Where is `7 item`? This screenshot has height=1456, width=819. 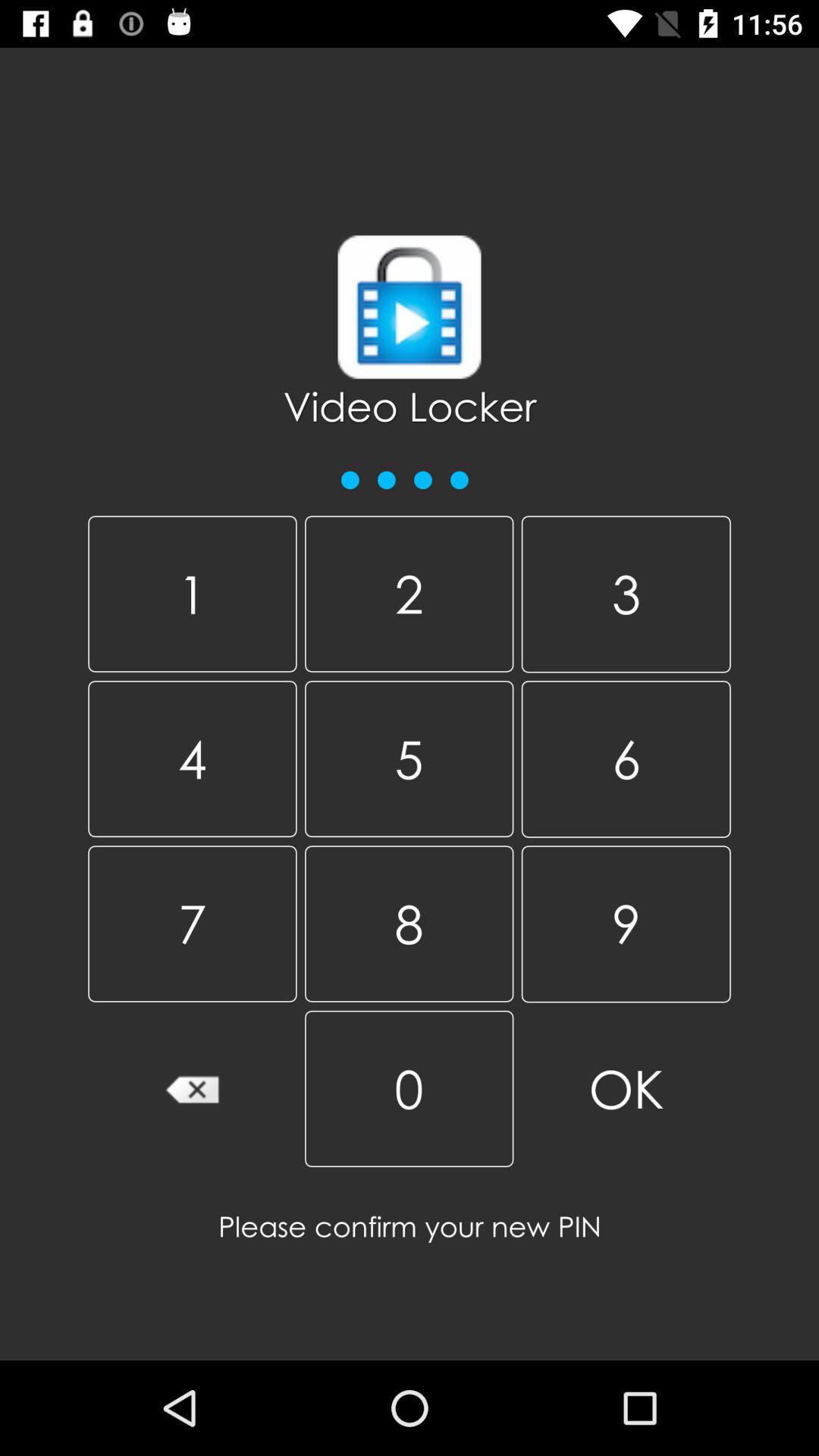 7 item is located at coordinates (191, 923).